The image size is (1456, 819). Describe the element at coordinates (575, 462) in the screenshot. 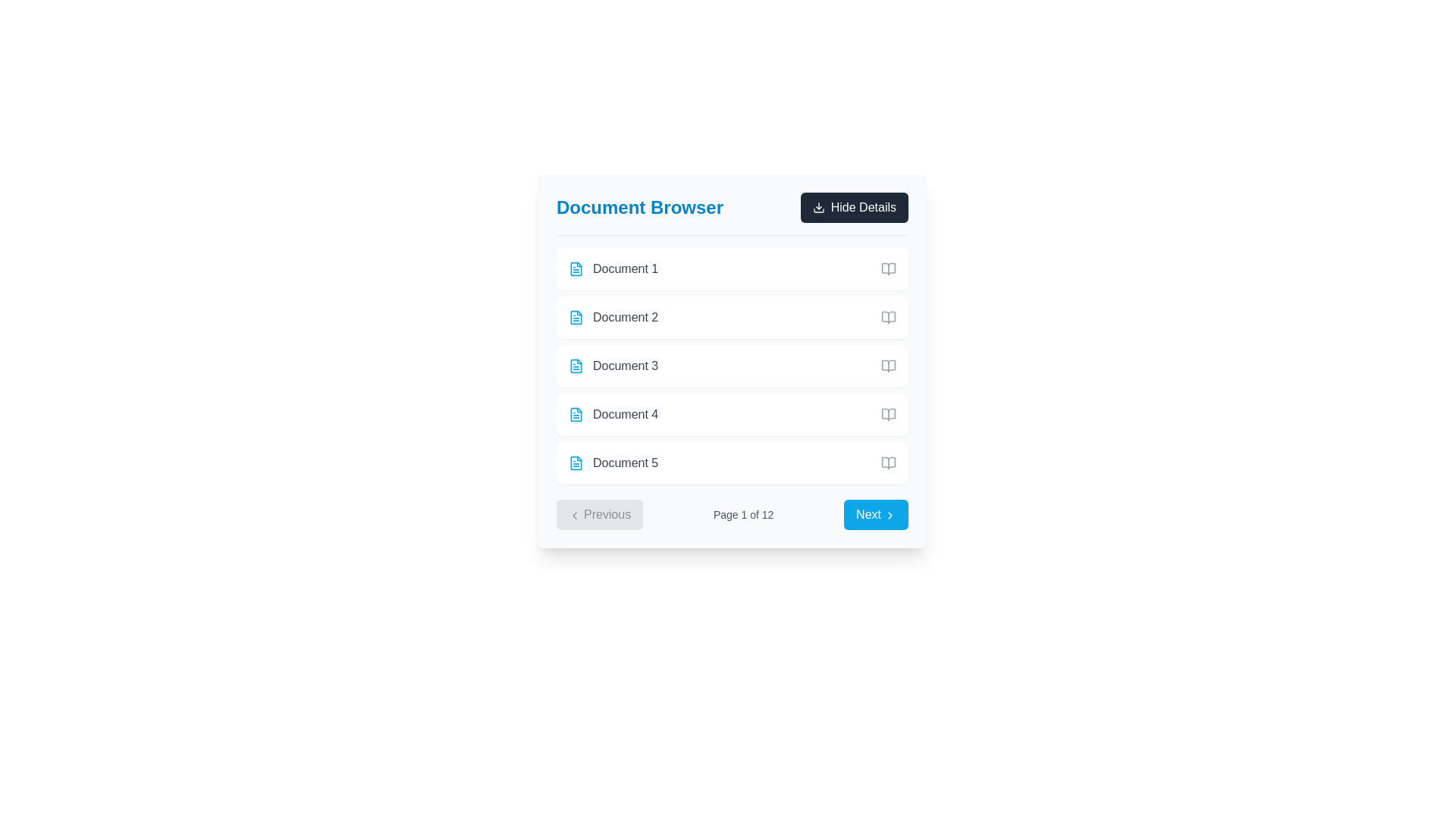

I see `the document icon that represents 'Document 5' in the document list, located at the far left of its row` at that location.